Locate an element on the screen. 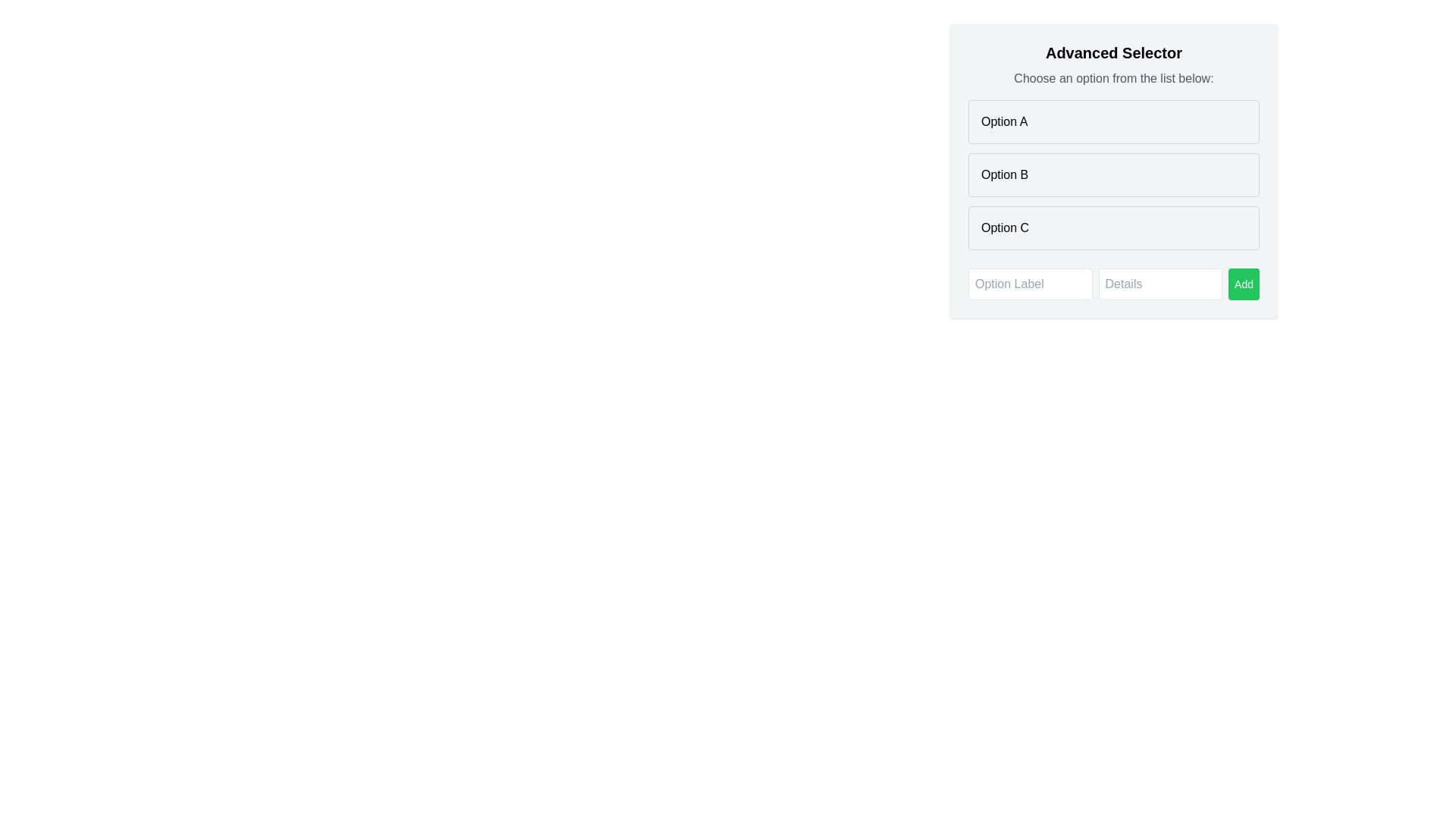  the first selectable list item labeled 'Option A' is located at coordinates (1113, 121).